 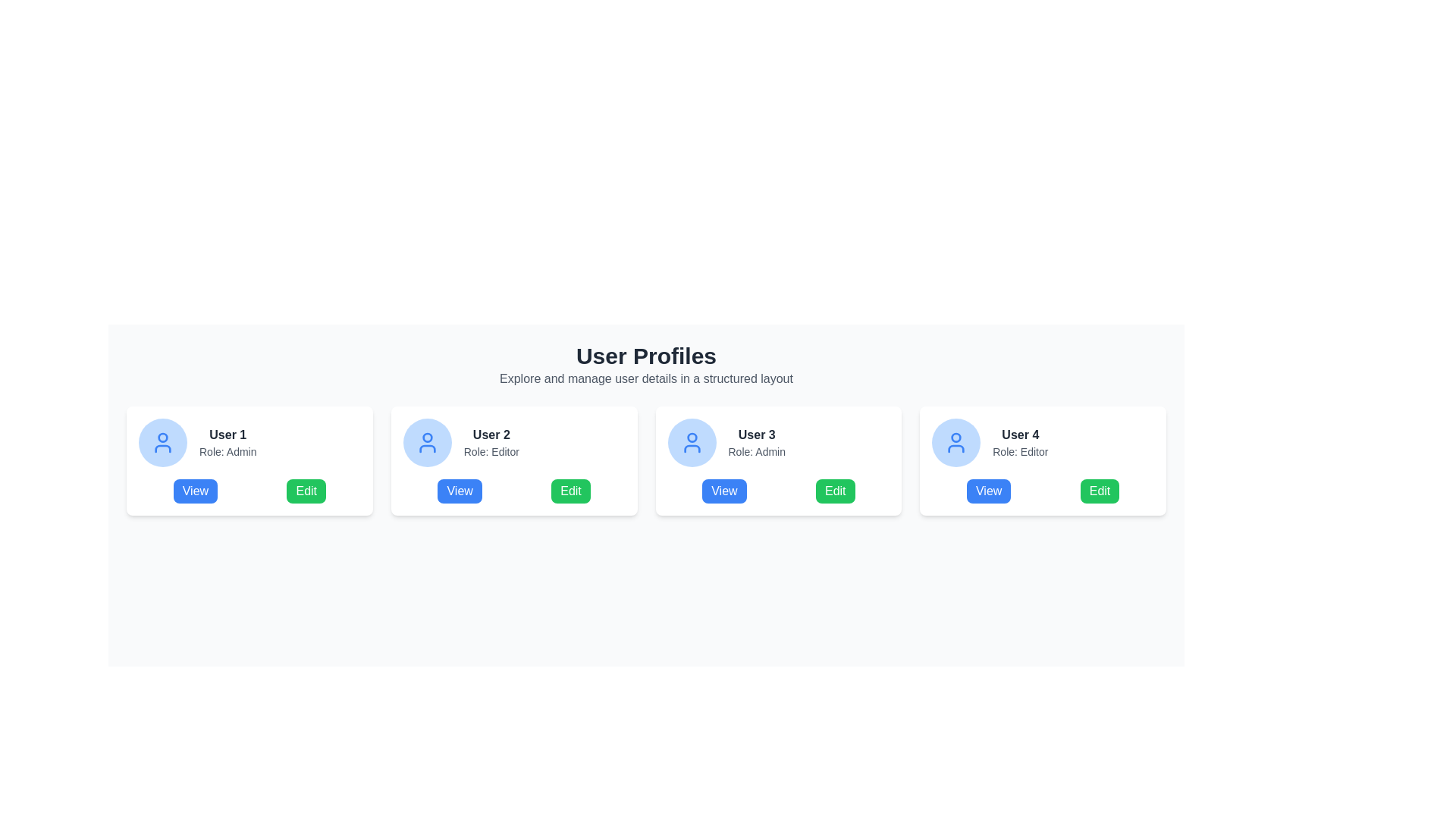 I want to click on the text label located below the bolded text 'User 1' in the first user card under the 'User Profiles' heading, so click(x=227, y=451).